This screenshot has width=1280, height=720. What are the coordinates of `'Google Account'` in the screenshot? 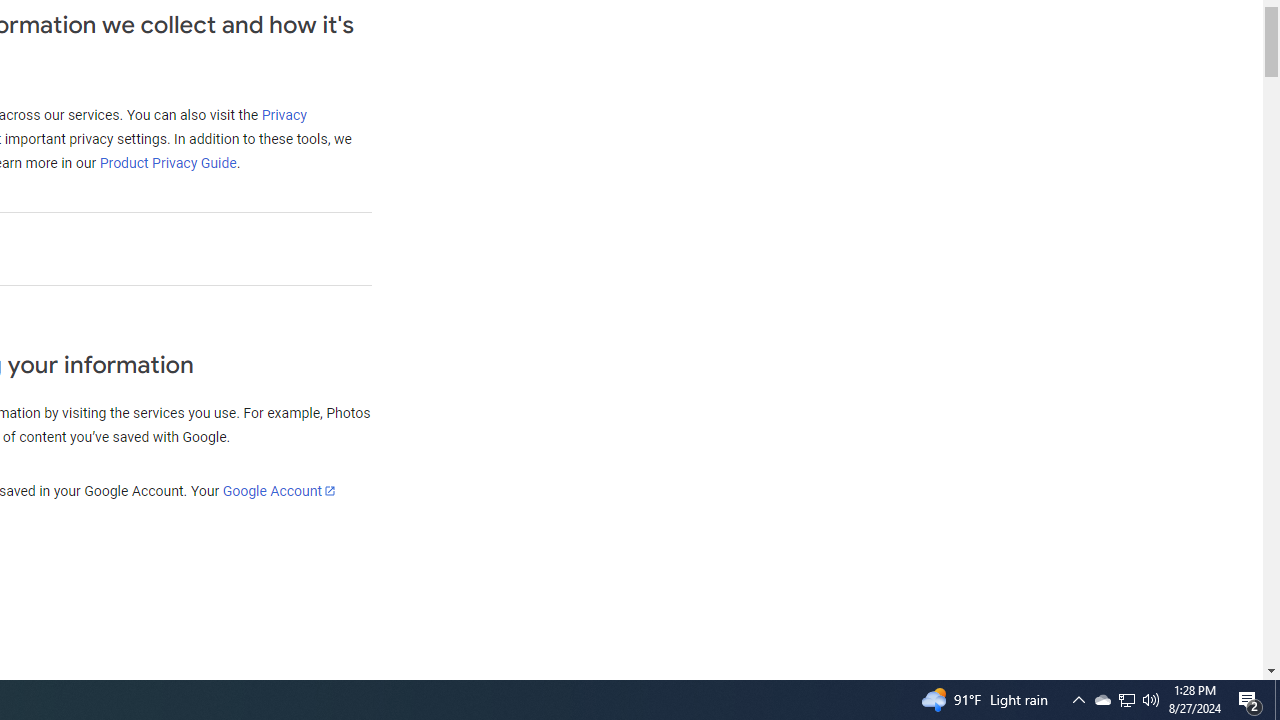 It's located at (278, 490).